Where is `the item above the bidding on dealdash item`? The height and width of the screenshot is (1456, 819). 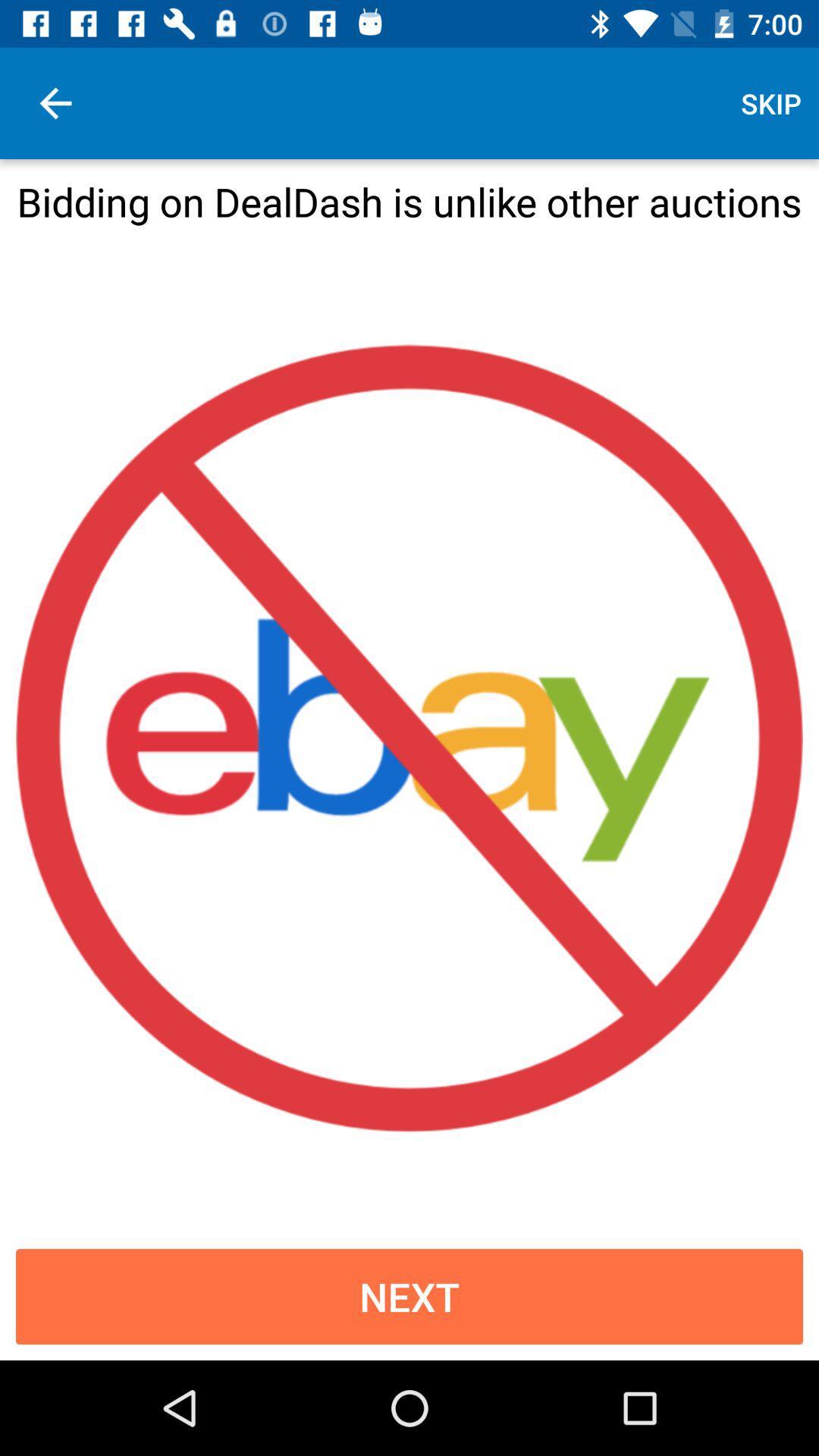
the item above the bidding on dealdash item is located at coordinates (55, 102).